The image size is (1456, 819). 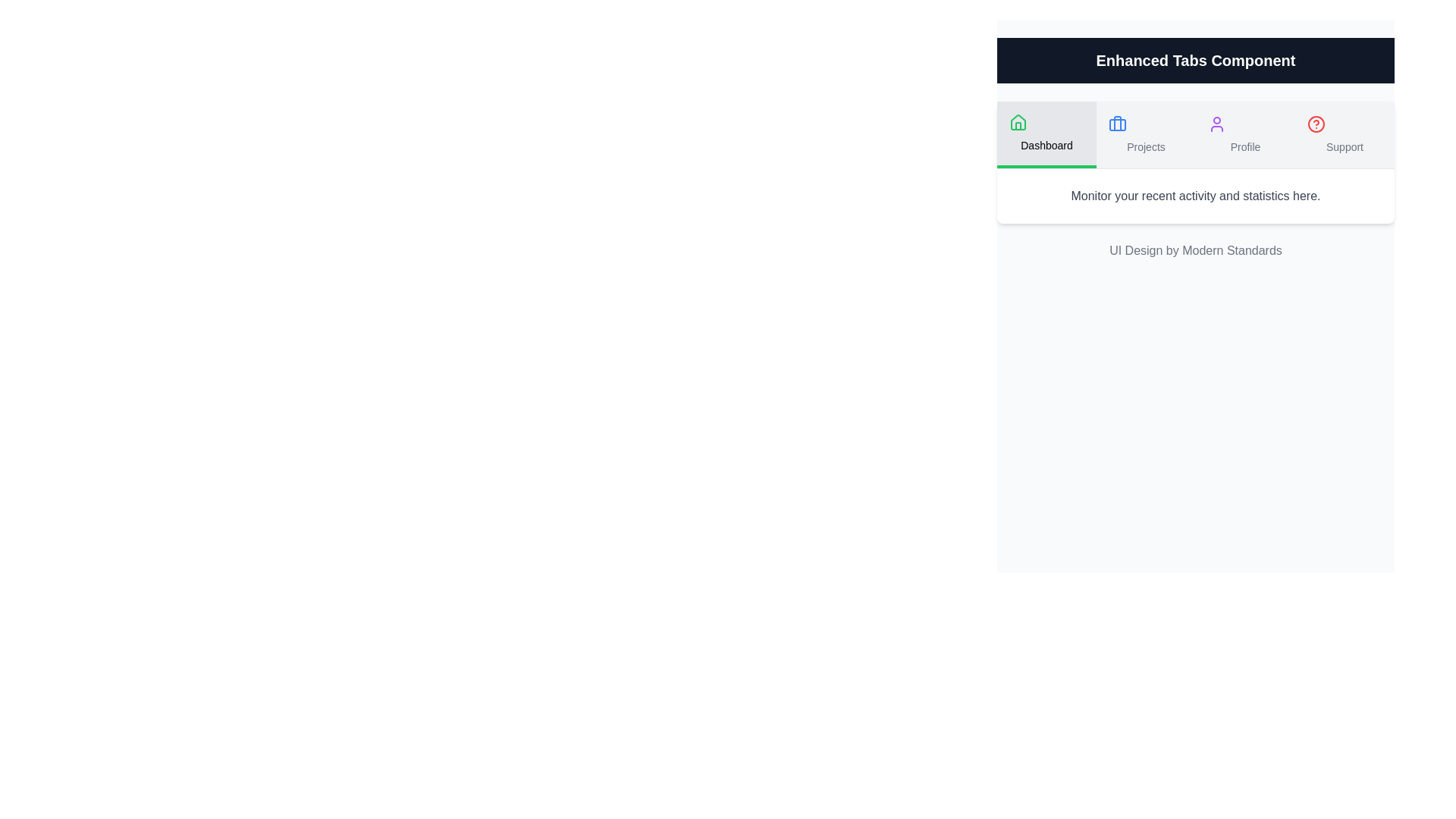 I want to click on the text label indicating the purpose of the user's profile tab, which is located below the purple user icon in the third tab of the top navigation bar, so click(x=1245, y=146).